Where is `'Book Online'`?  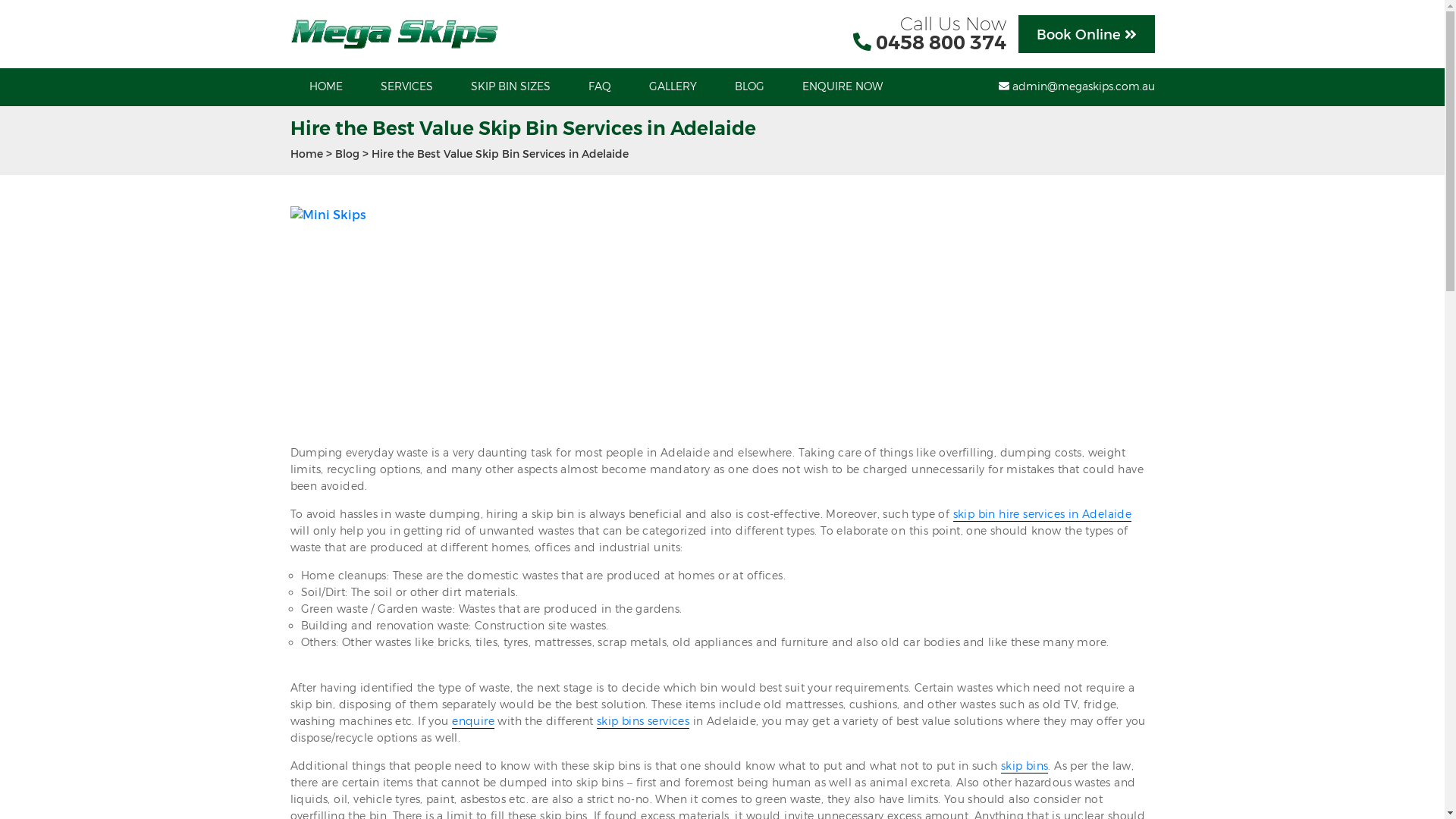 'Book Online' is located at coordinates (1084, 34).